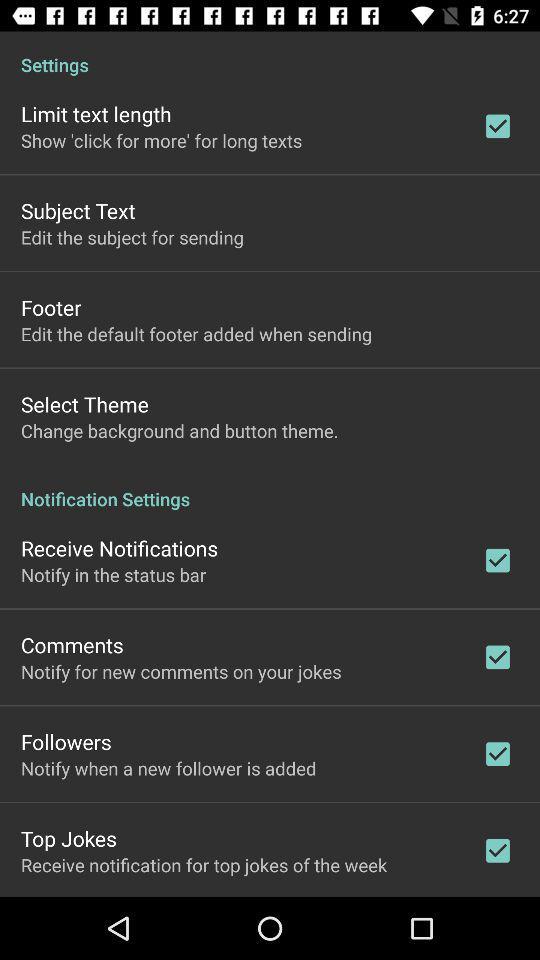 The width and height of the screenshot is (540, 960). What do you see at coordinates (77, 210) in the screenshot?
I see `the item above edit the subject` at bounding box center [77, 210].